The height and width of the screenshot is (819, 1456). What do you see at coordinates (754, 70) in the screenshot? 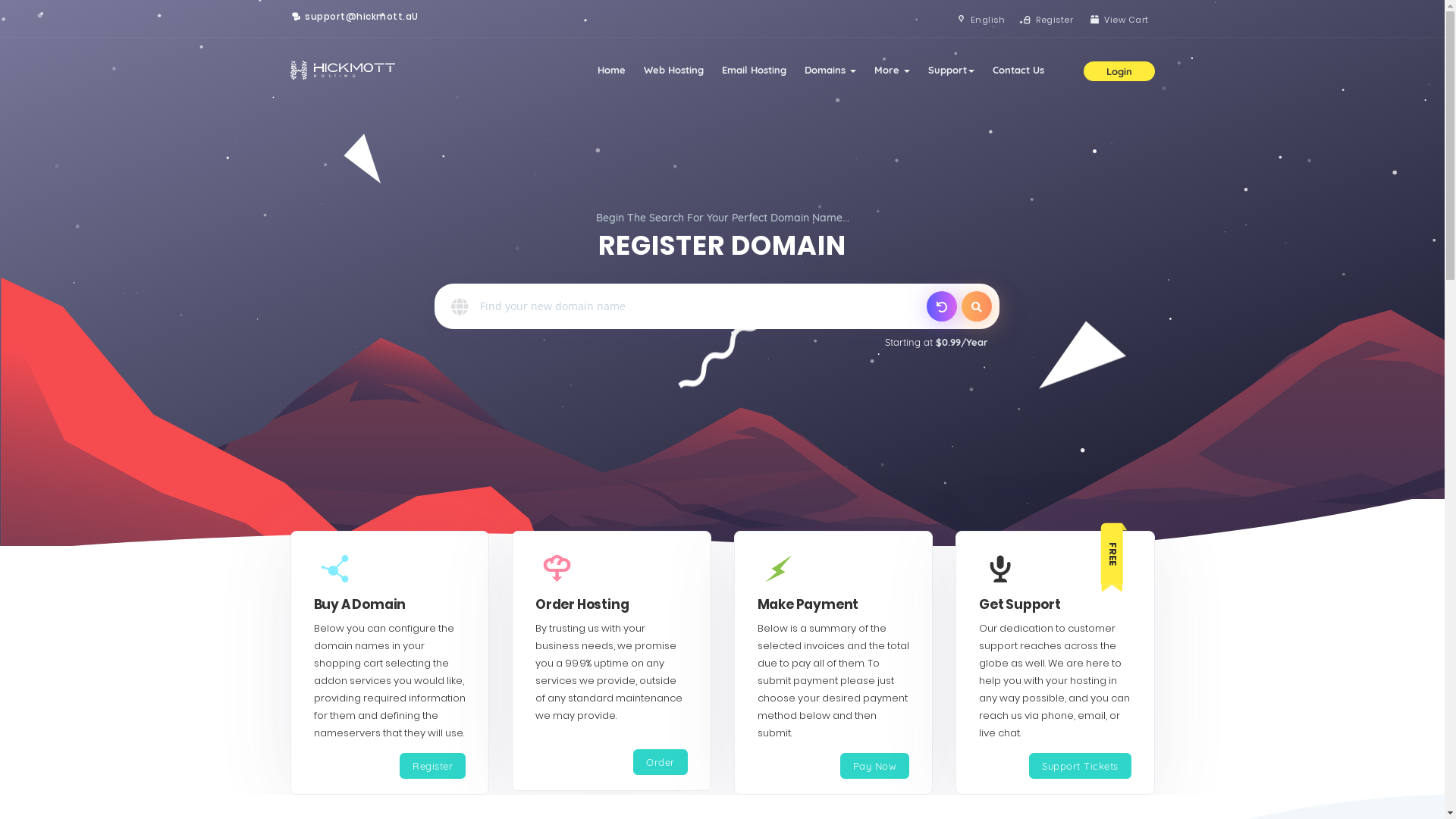
I see `'Email Hosting'` at bounding box center [754, 70].